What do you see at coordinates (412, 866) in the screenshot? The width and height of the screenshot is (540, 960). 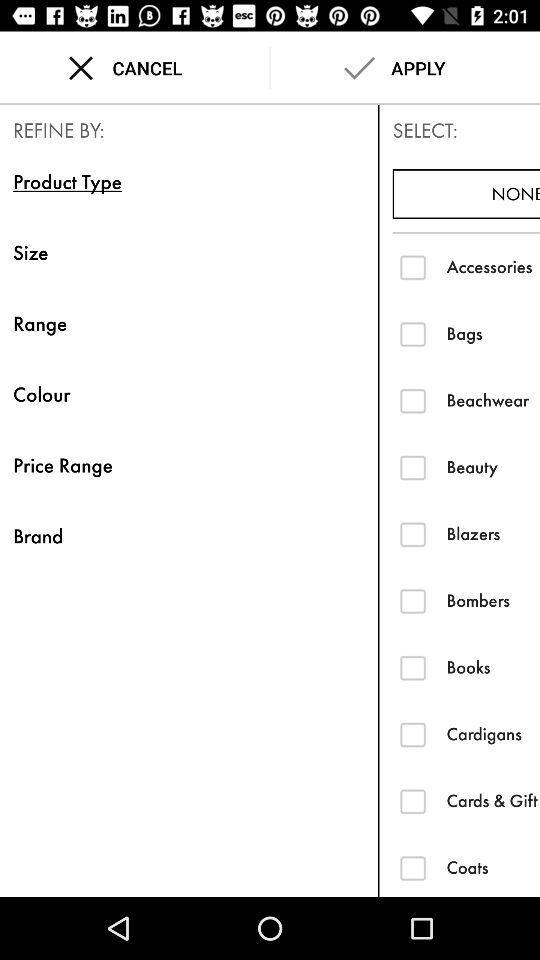 I see `coats setting` at bounding box center [412, 866].